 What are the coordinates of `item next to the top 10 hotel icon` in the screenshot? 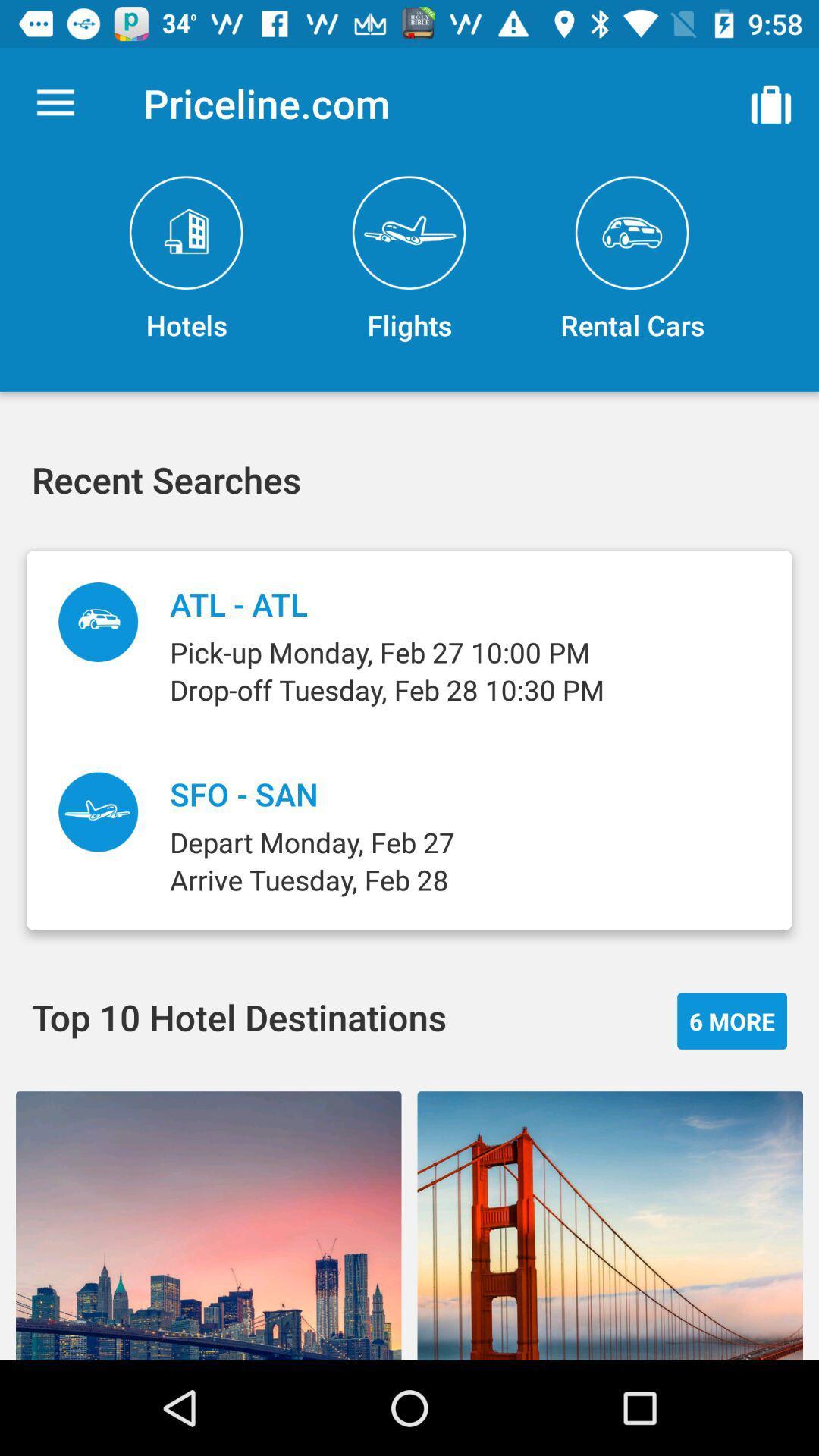 It's located at (731, 1021).